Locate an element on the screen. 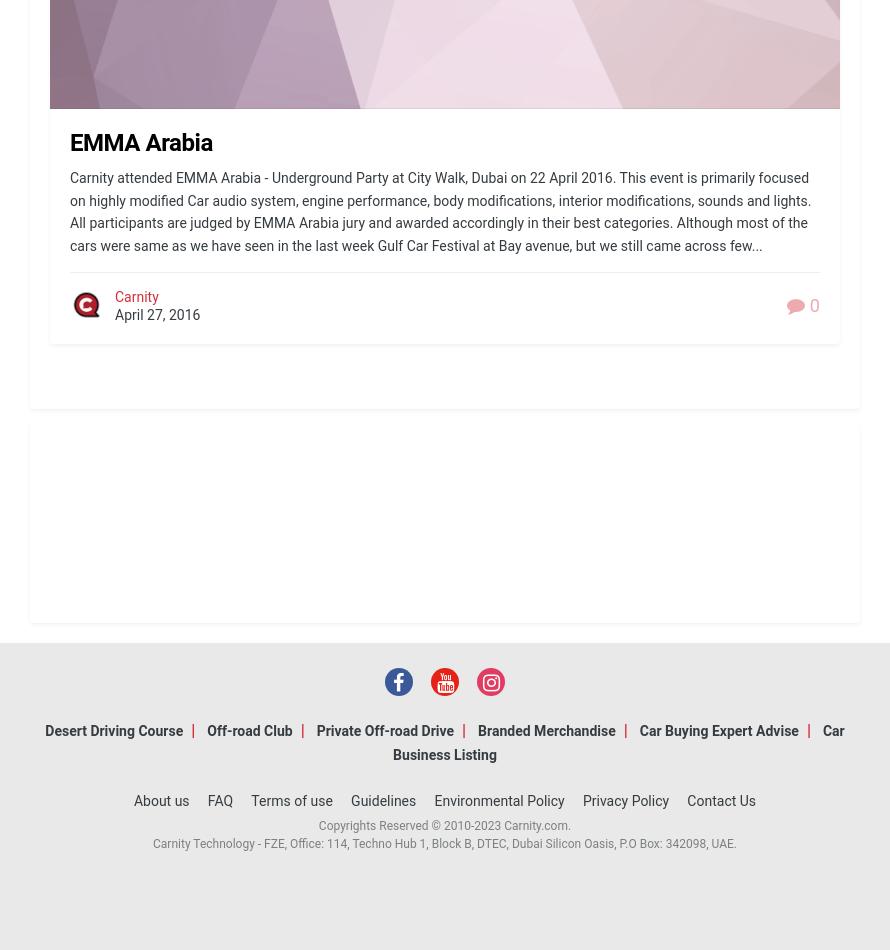  'Desert Driving Course' is located at coordinates (45, 730).